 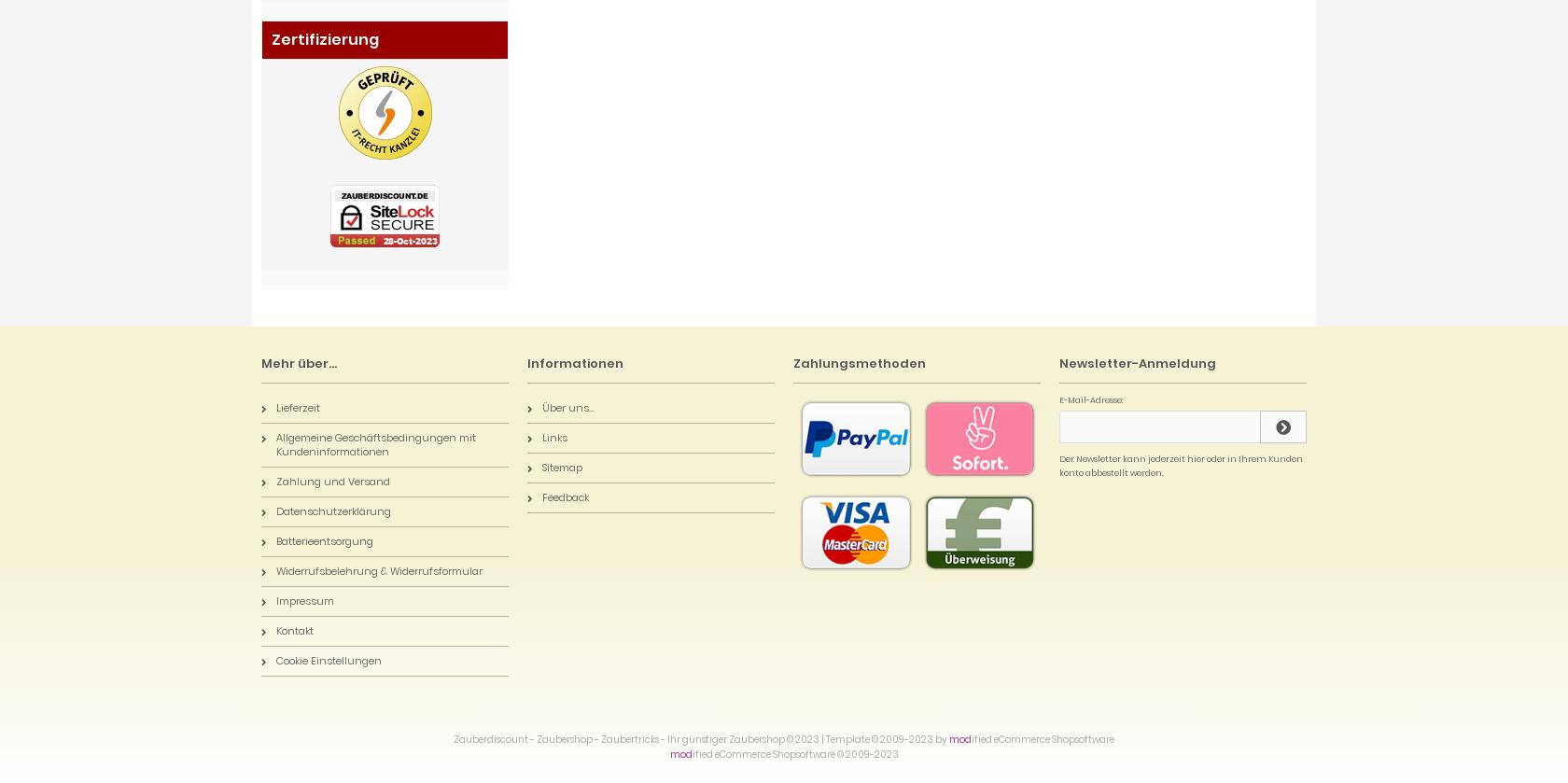 I want to click on 'Links', so click(x=554, y=437).